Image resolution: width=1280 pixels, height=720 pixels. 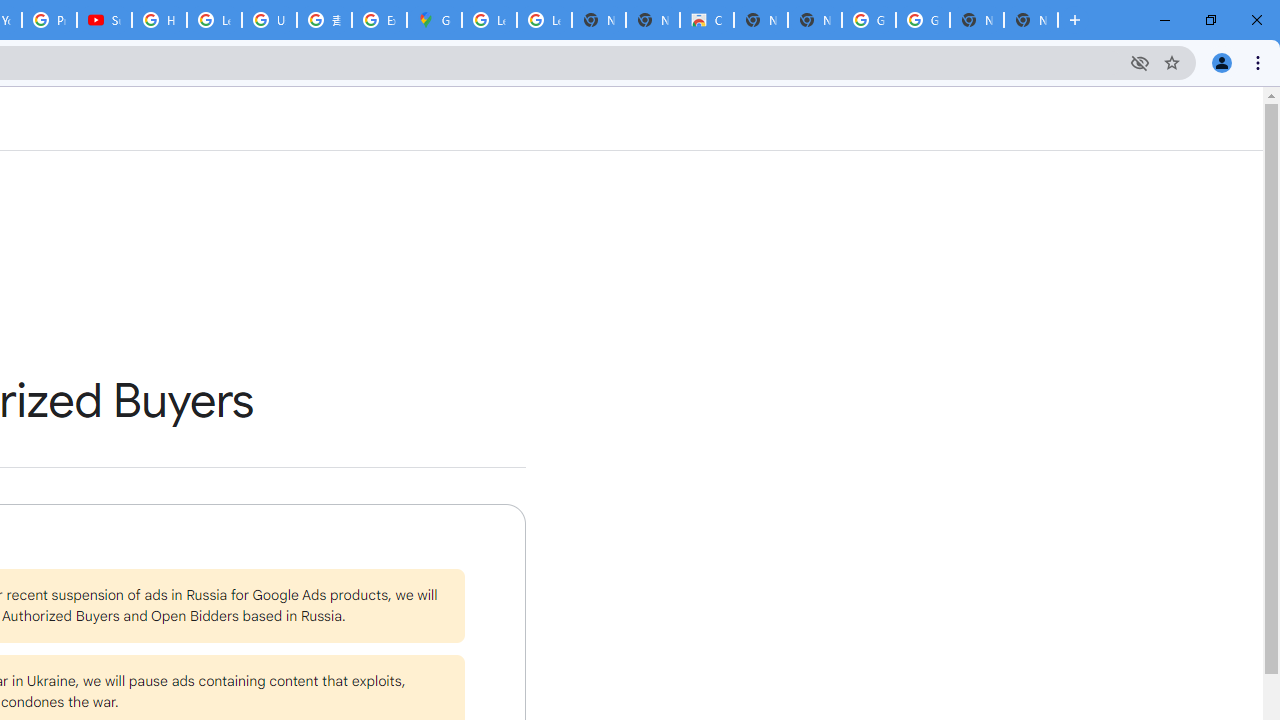 What do you see at coordinates (158, 20) in the screenshot?
I see `'How Chrome protects your passwords - Google Chrome Help'` at bounding box center [158, 20].